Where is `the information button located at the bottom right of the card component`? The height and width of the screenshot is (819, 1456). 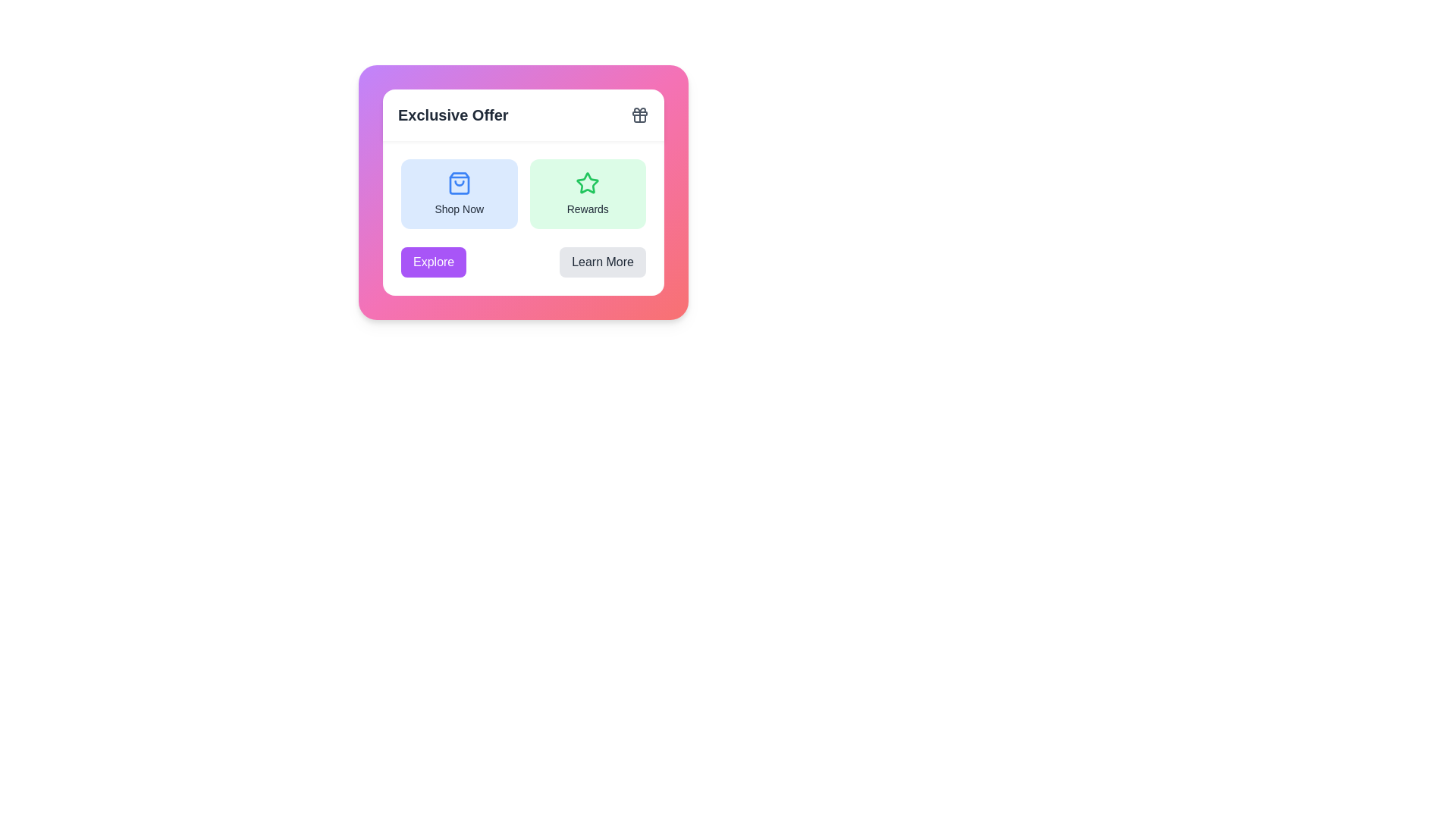
the information button located at the bottom right of the card component is located at coordinates (602, 262).